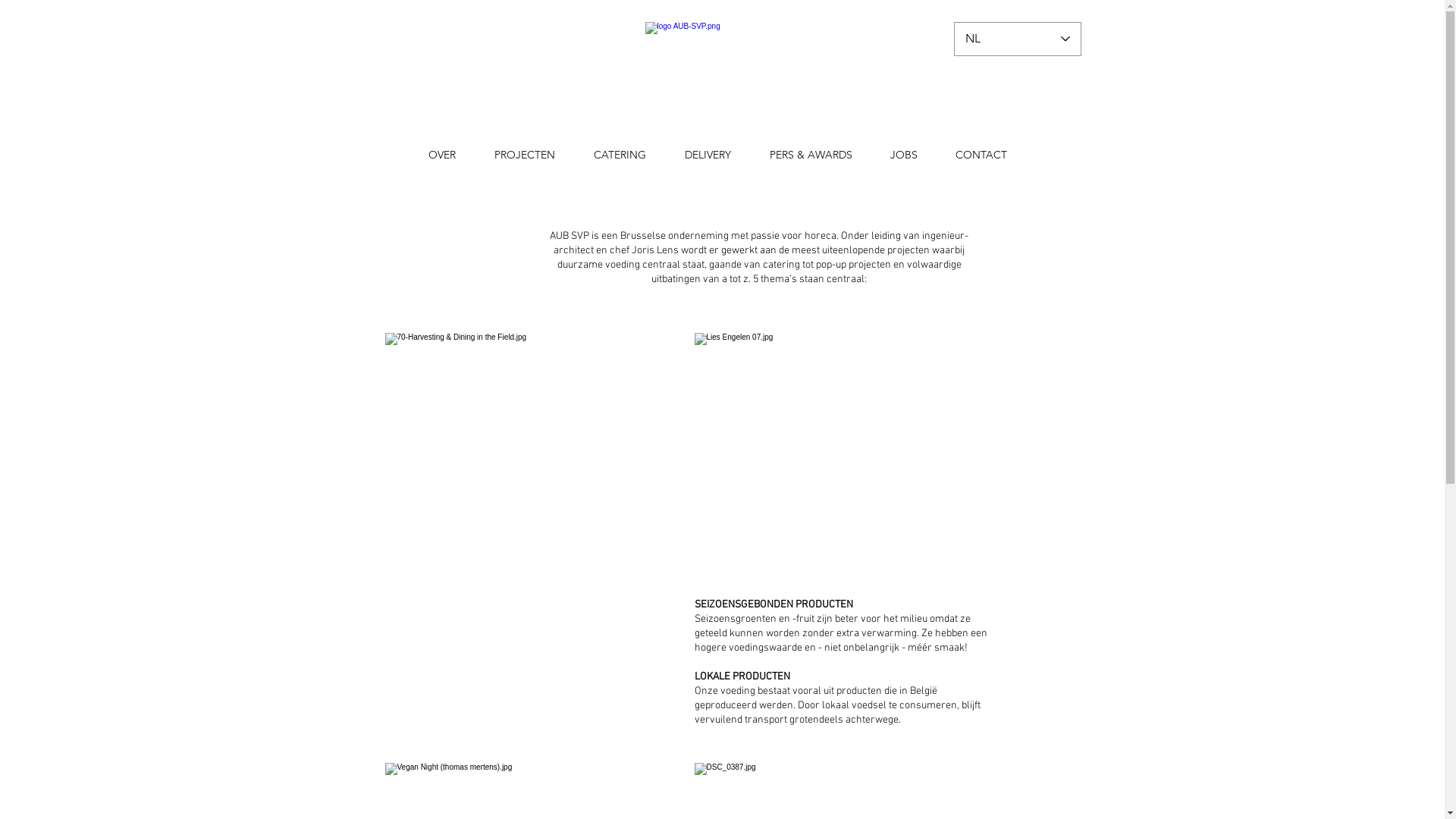  Describe the element at coordinates (620, 155) in the screenshot. I see `'CATERING'` at that location.